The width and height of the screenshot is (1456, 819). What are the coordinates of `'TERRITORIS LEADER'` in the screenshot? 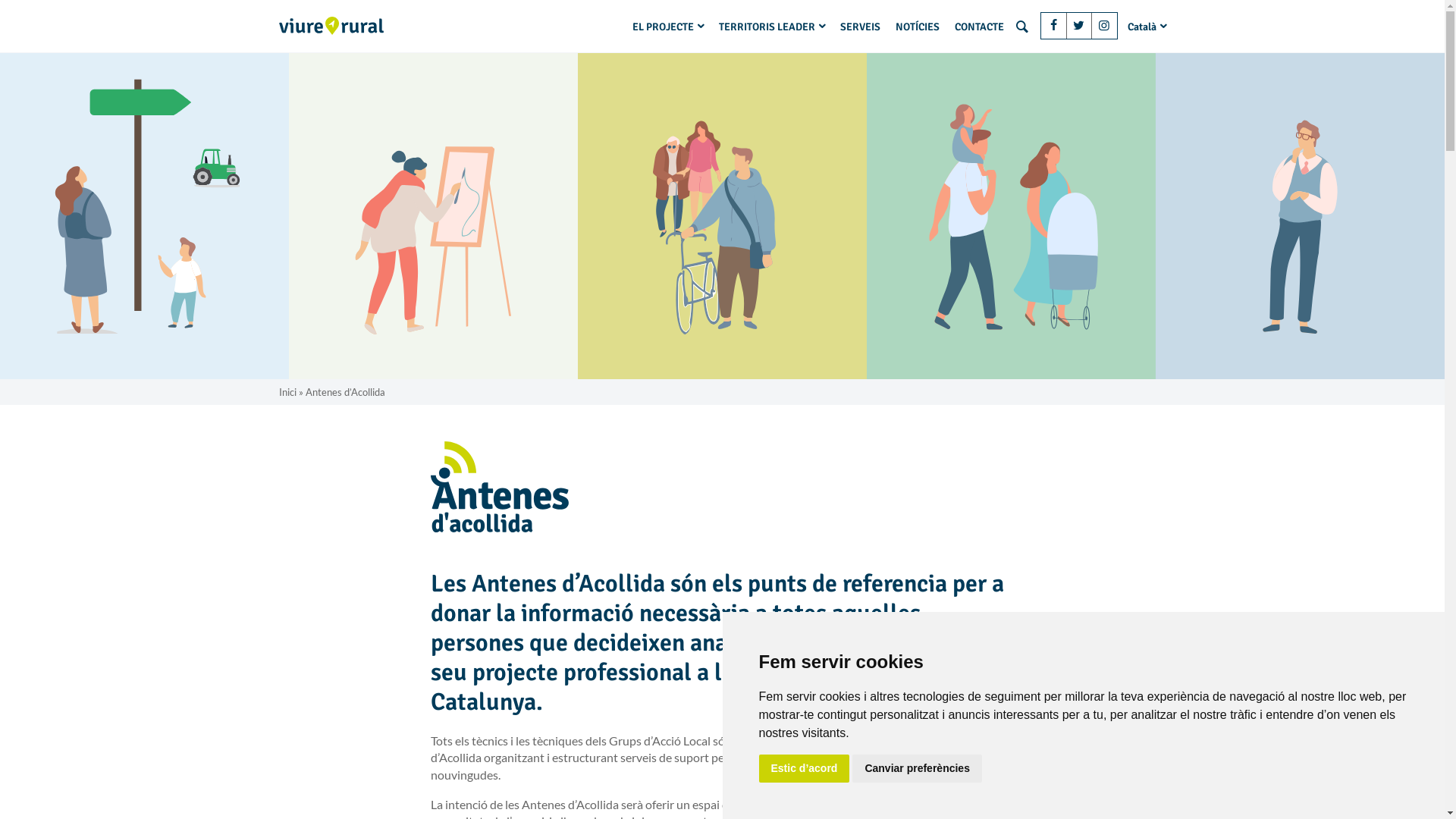 It's located at (771, 26).